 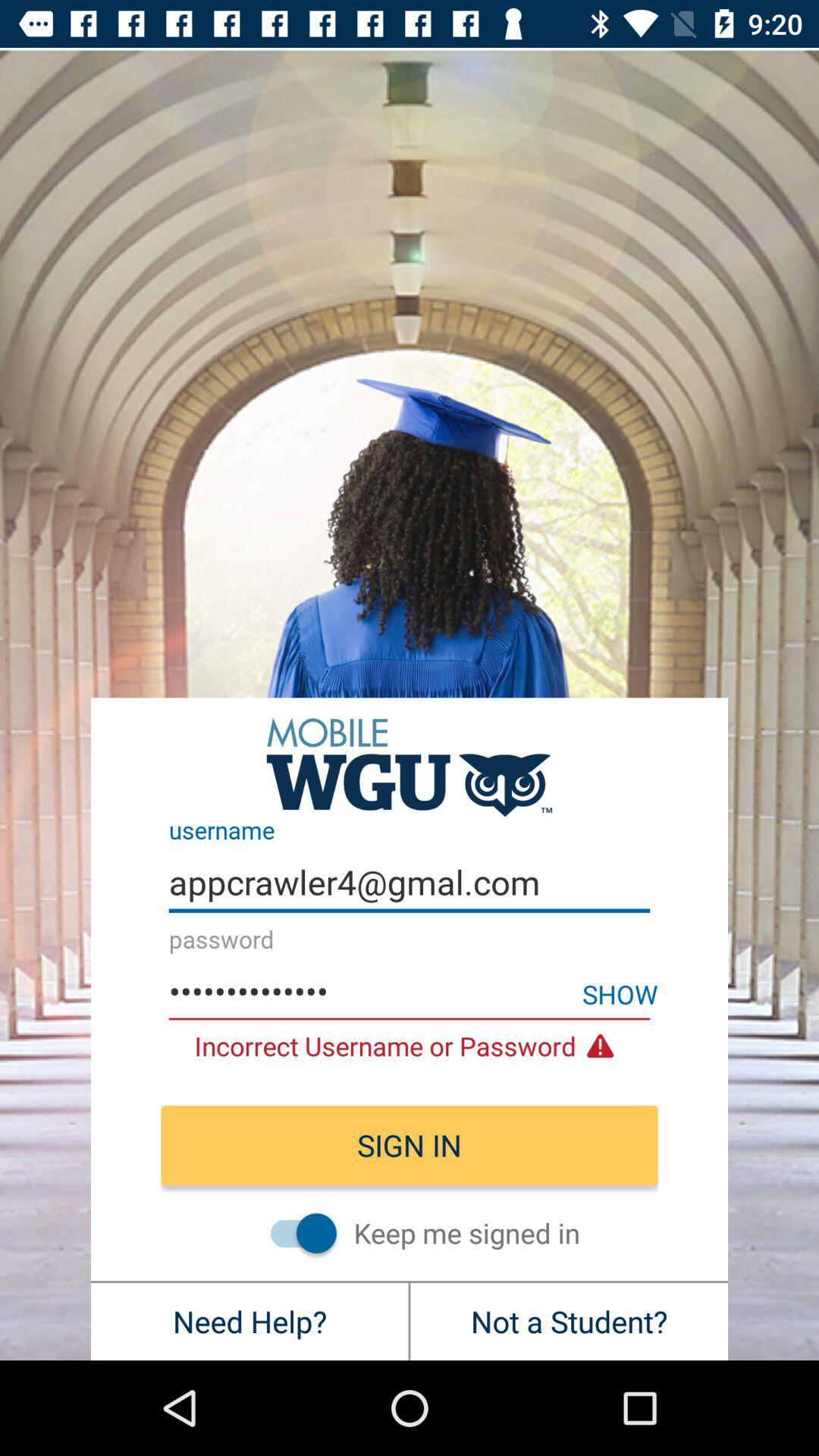 What do you see at coordinates (249, 1320) in the screenshot?
I see `need help? item` at bounding box center [249, 1320].